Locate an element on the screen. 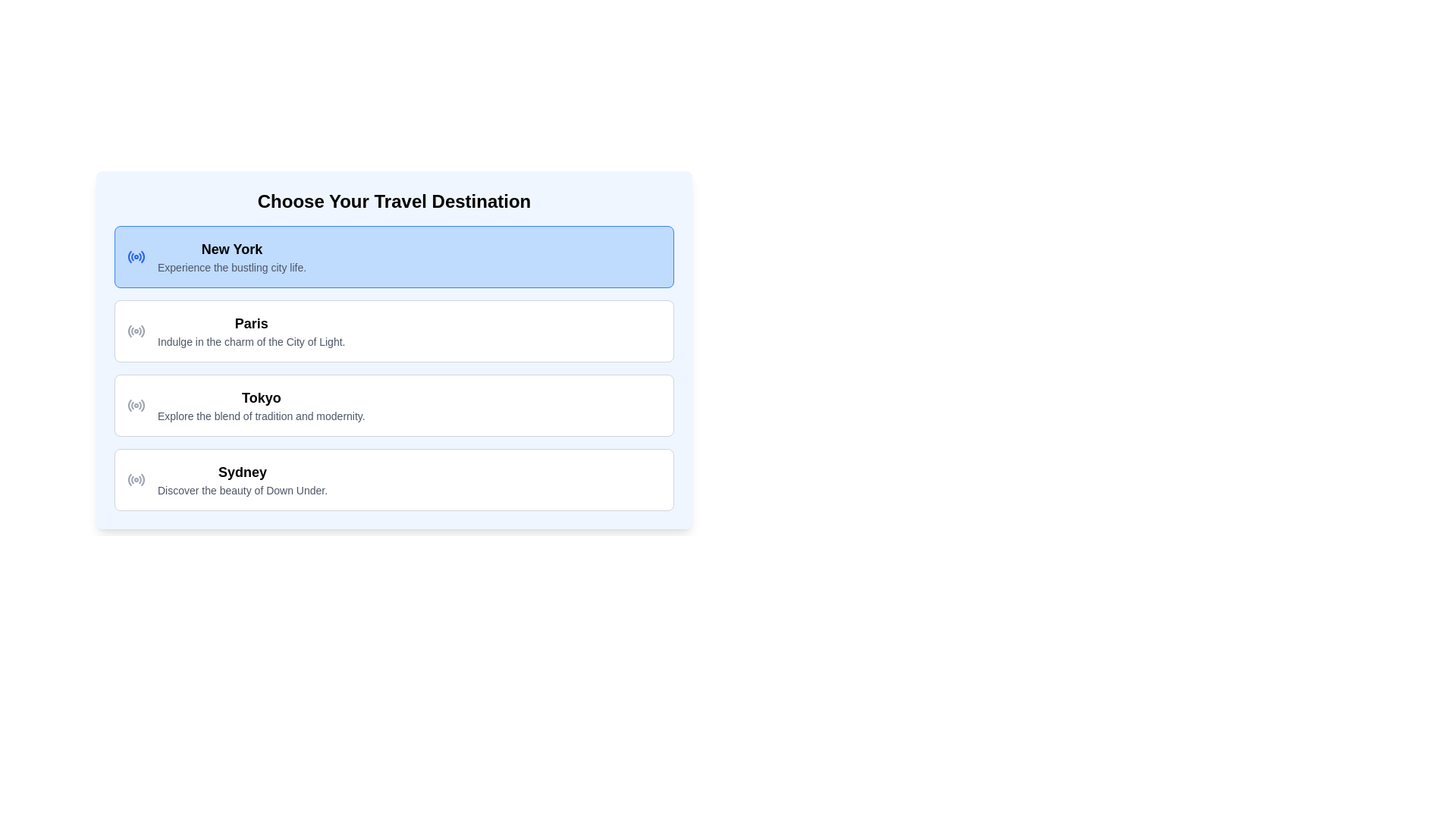 The height and width of the screenshot is (819, 1456). the fifth and outermost arc of the radio button graphic, which is located to the left of the 'Tokyo' text in the list item is located at coordinates (143, 404).